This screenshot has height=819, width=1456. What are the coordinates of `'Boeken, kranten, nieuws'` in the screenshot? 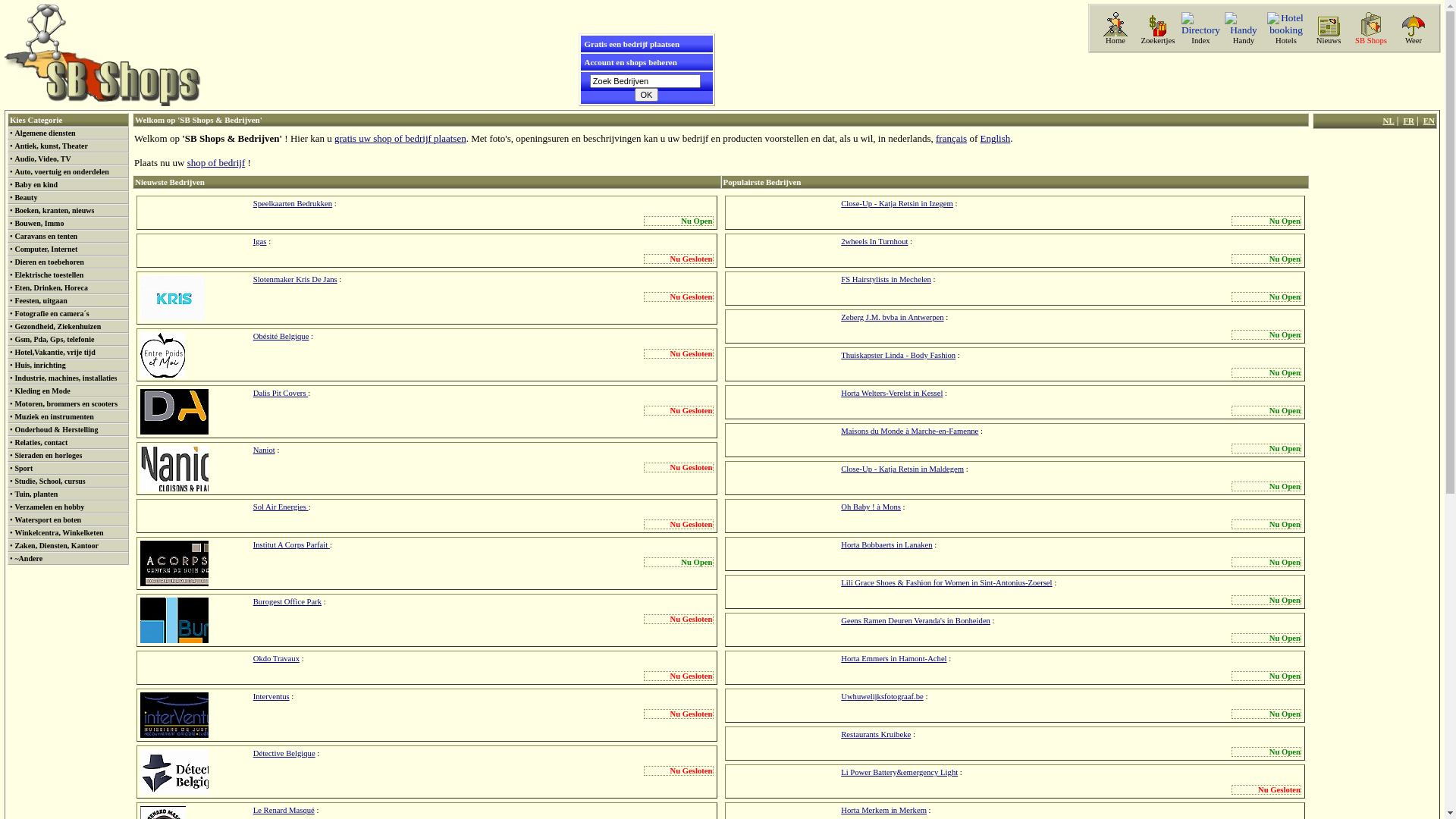 It's located at (54, 210).